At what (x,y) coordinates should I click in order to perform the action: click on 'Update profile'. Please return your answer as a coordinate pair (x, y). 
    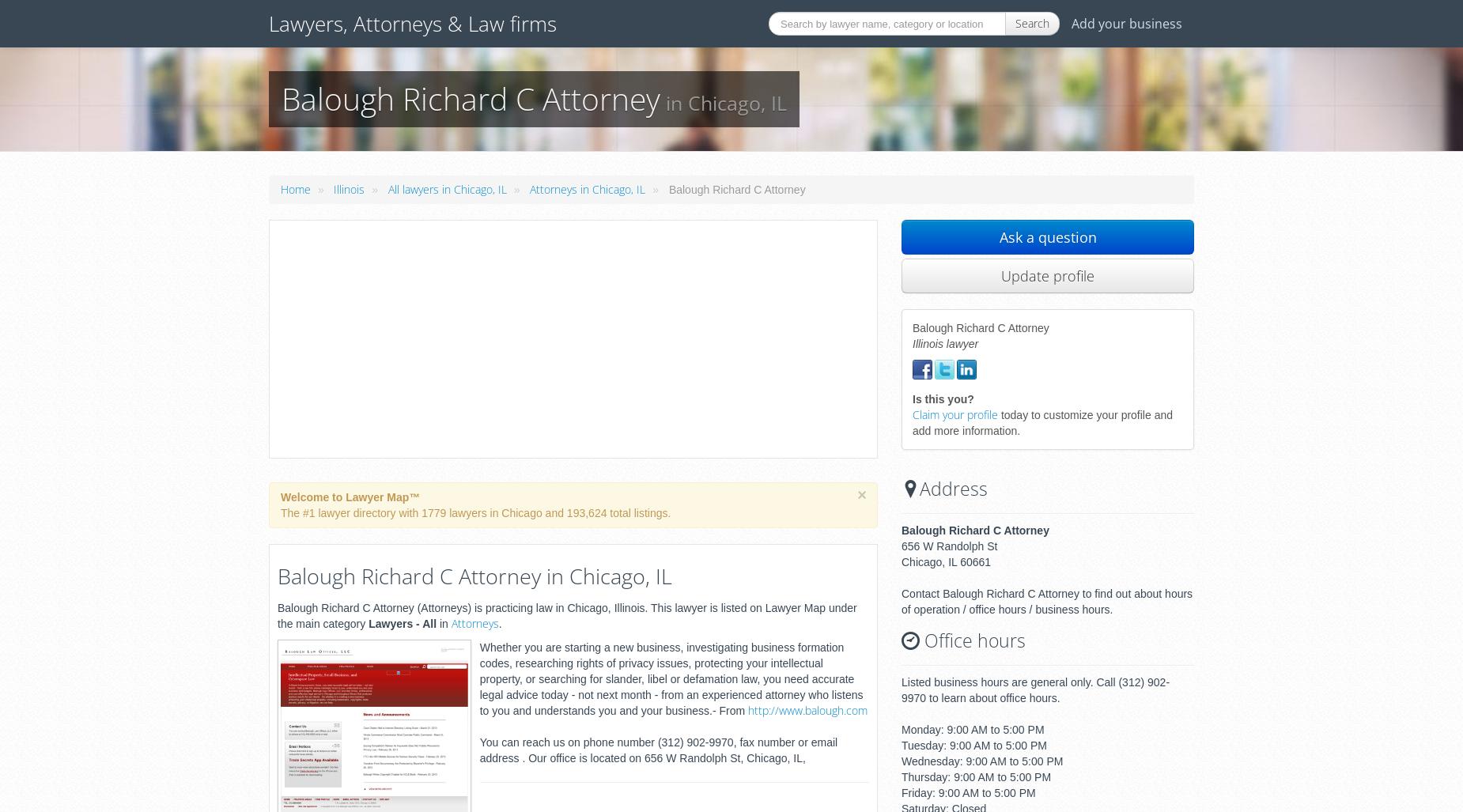
    Looking at the image, I should click on (1046, 275).